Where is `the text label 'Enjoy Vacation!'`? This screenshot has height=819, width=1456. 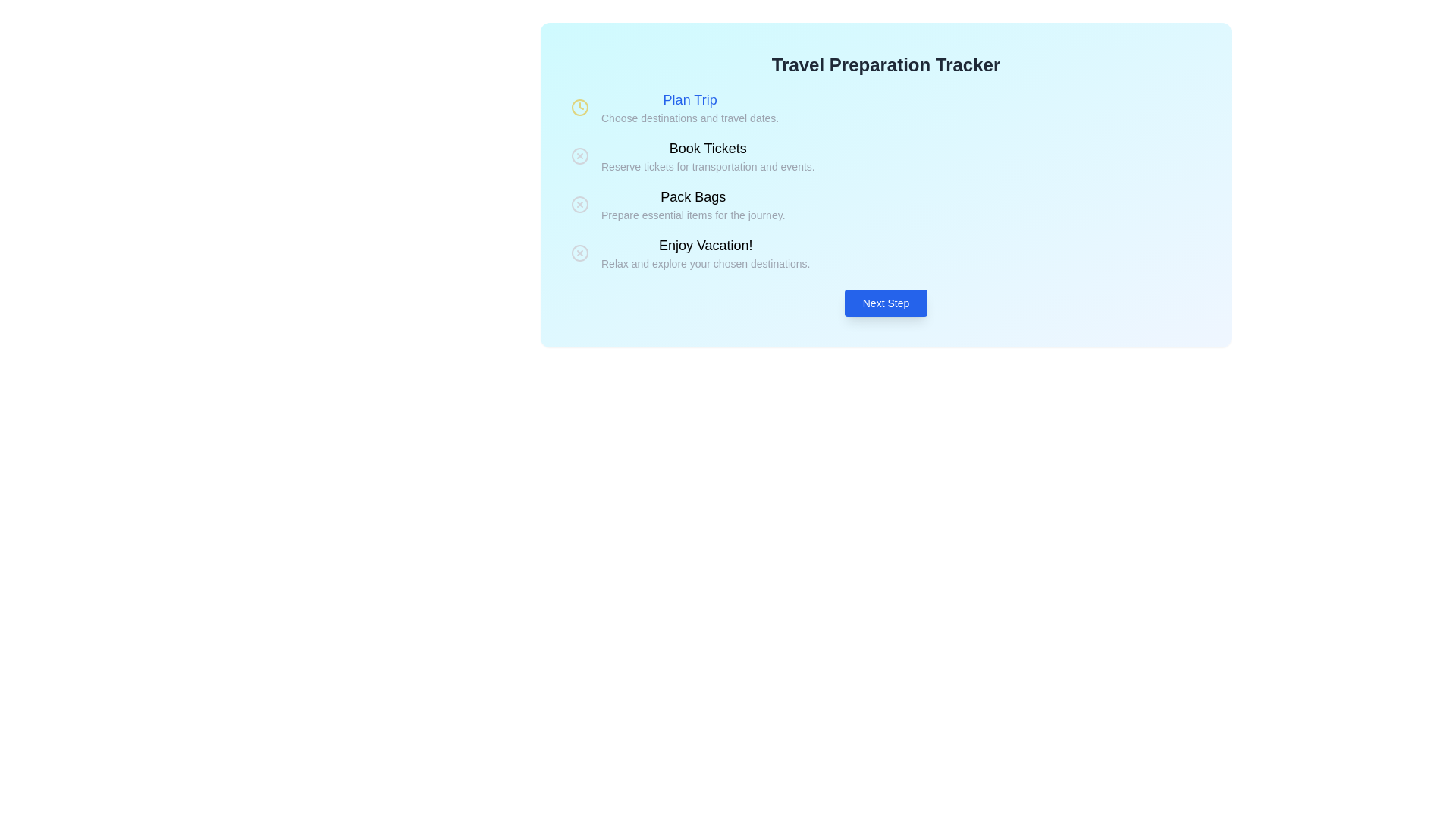 the text label 'Enjoy Vacation!' is located at coordinates (704, 245).